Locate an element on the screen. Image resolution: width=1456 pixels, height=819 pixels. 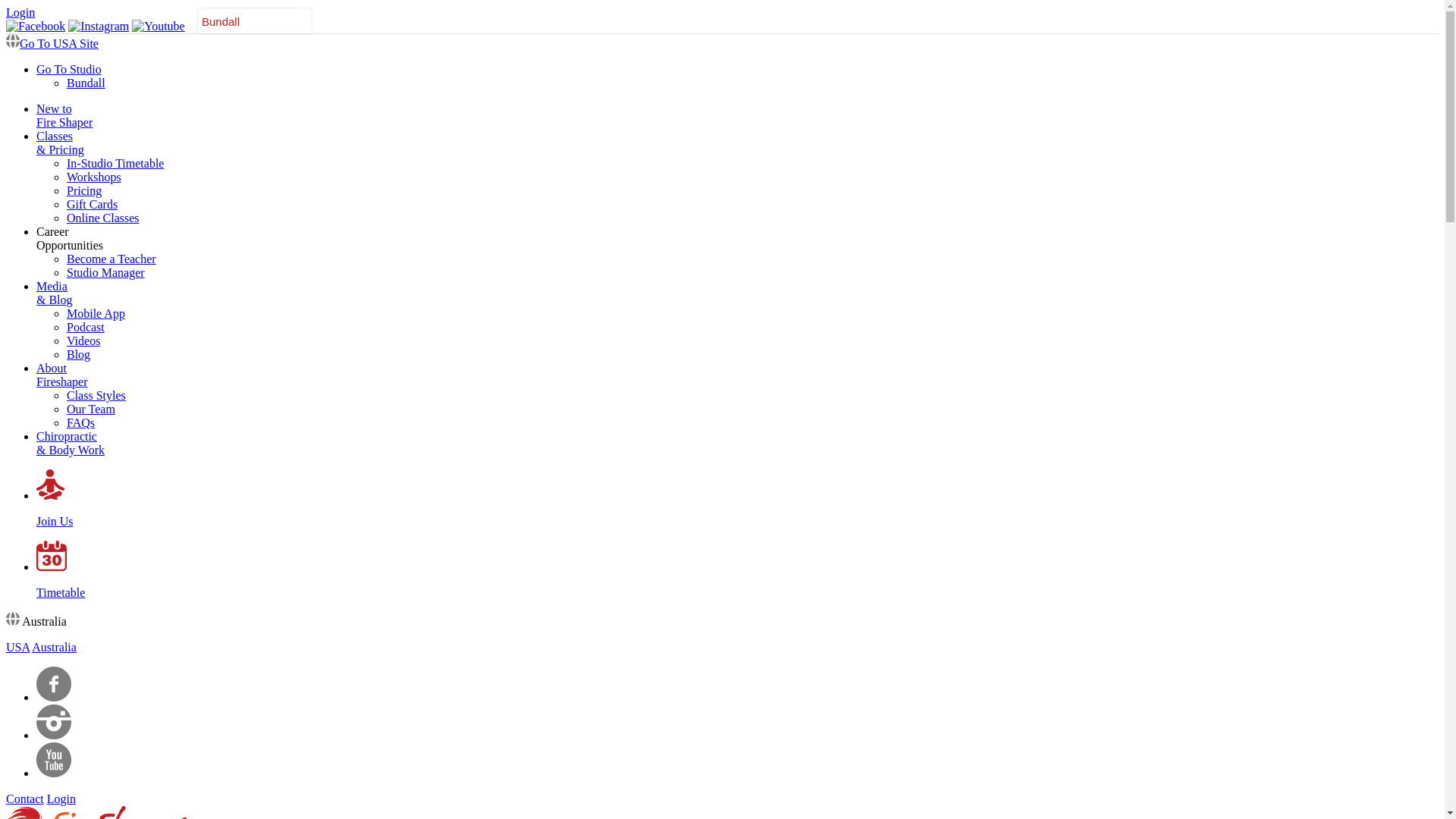
'FAQs' is located at coordinates (65, 422).